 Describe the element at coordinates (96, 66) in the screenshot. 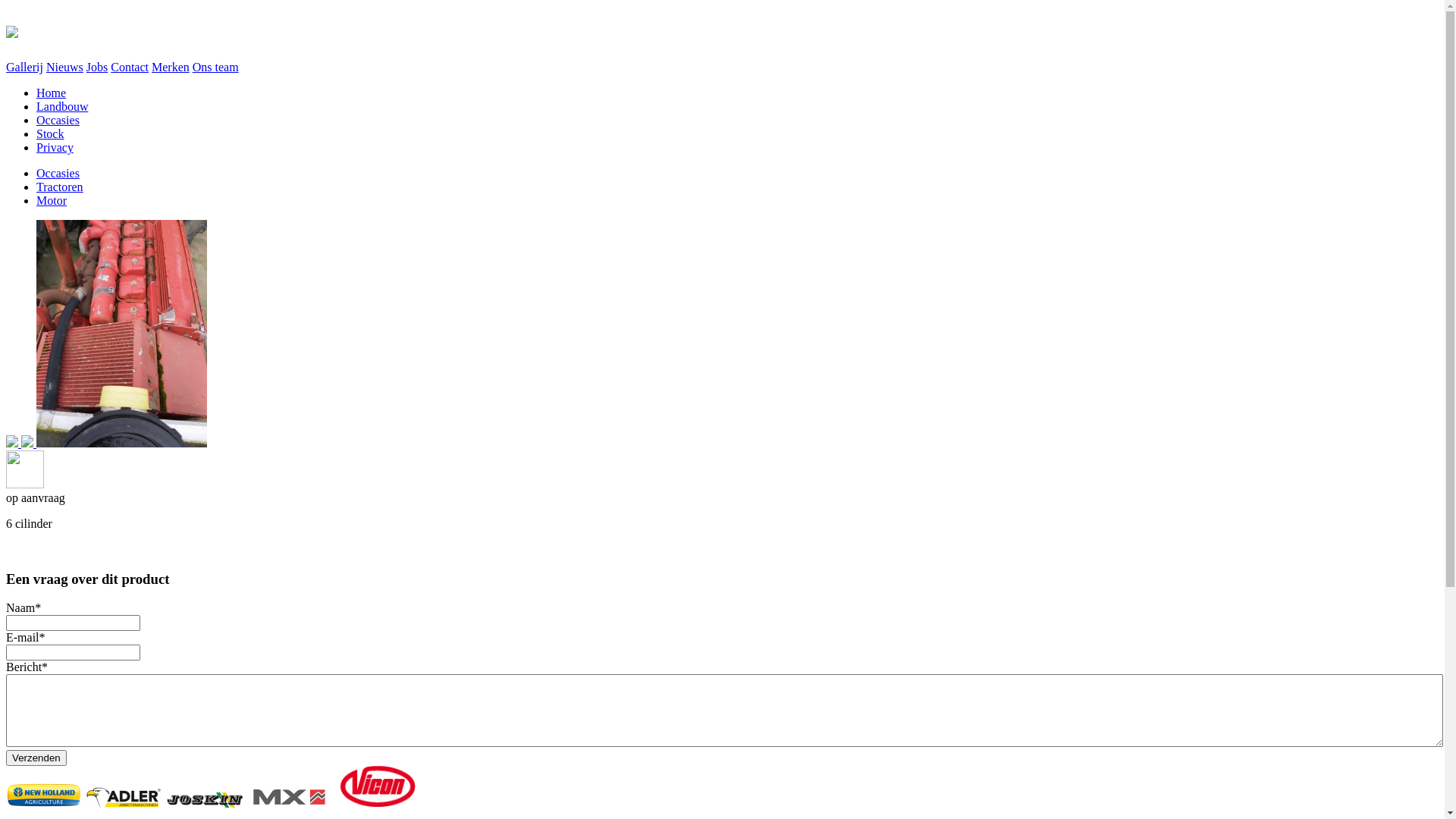

I see `'Jobs'` at that location.